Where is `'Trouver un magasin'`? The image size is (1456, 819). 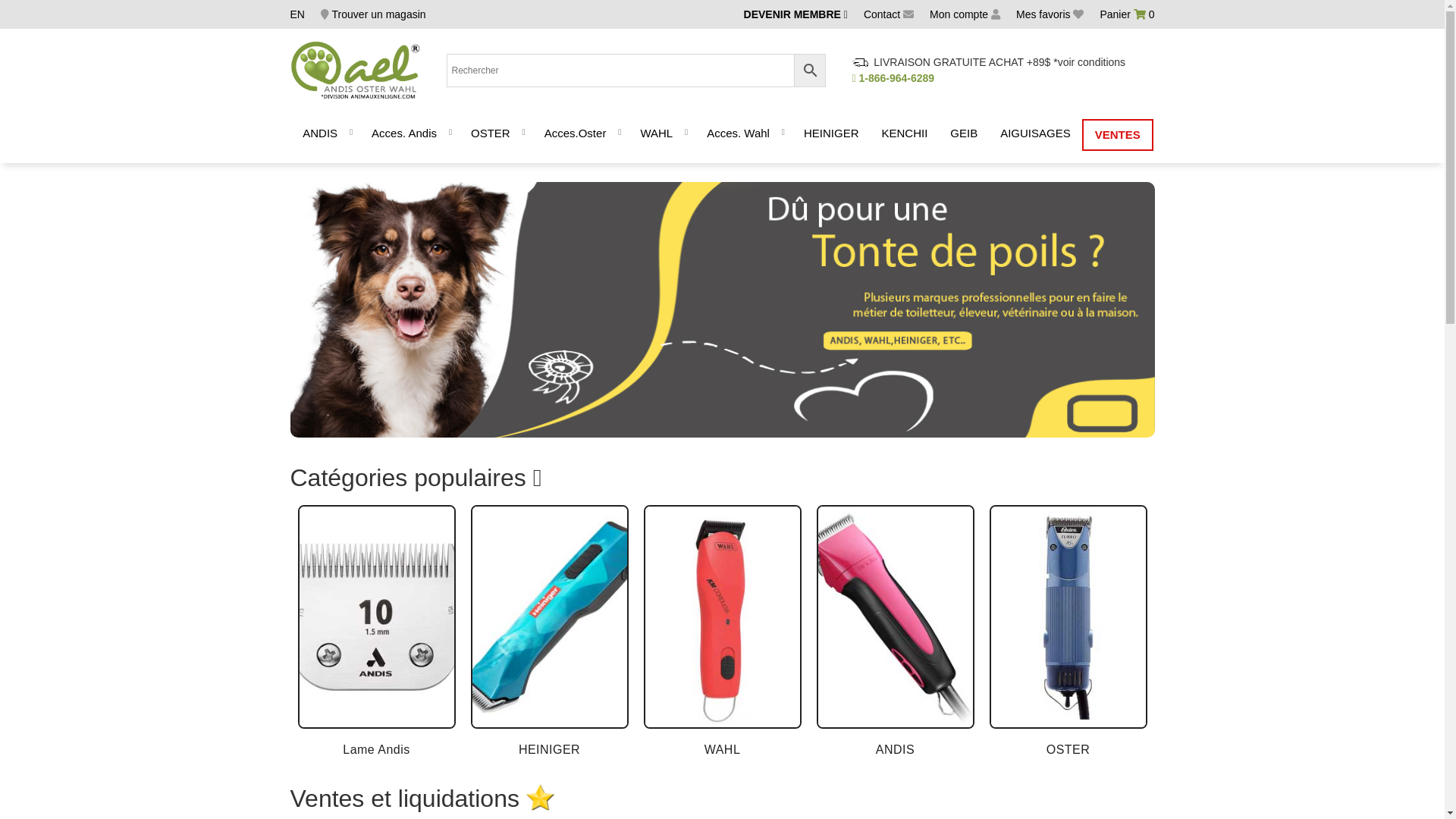
'Trouver un magasin' is located at coordinates (373, 14).